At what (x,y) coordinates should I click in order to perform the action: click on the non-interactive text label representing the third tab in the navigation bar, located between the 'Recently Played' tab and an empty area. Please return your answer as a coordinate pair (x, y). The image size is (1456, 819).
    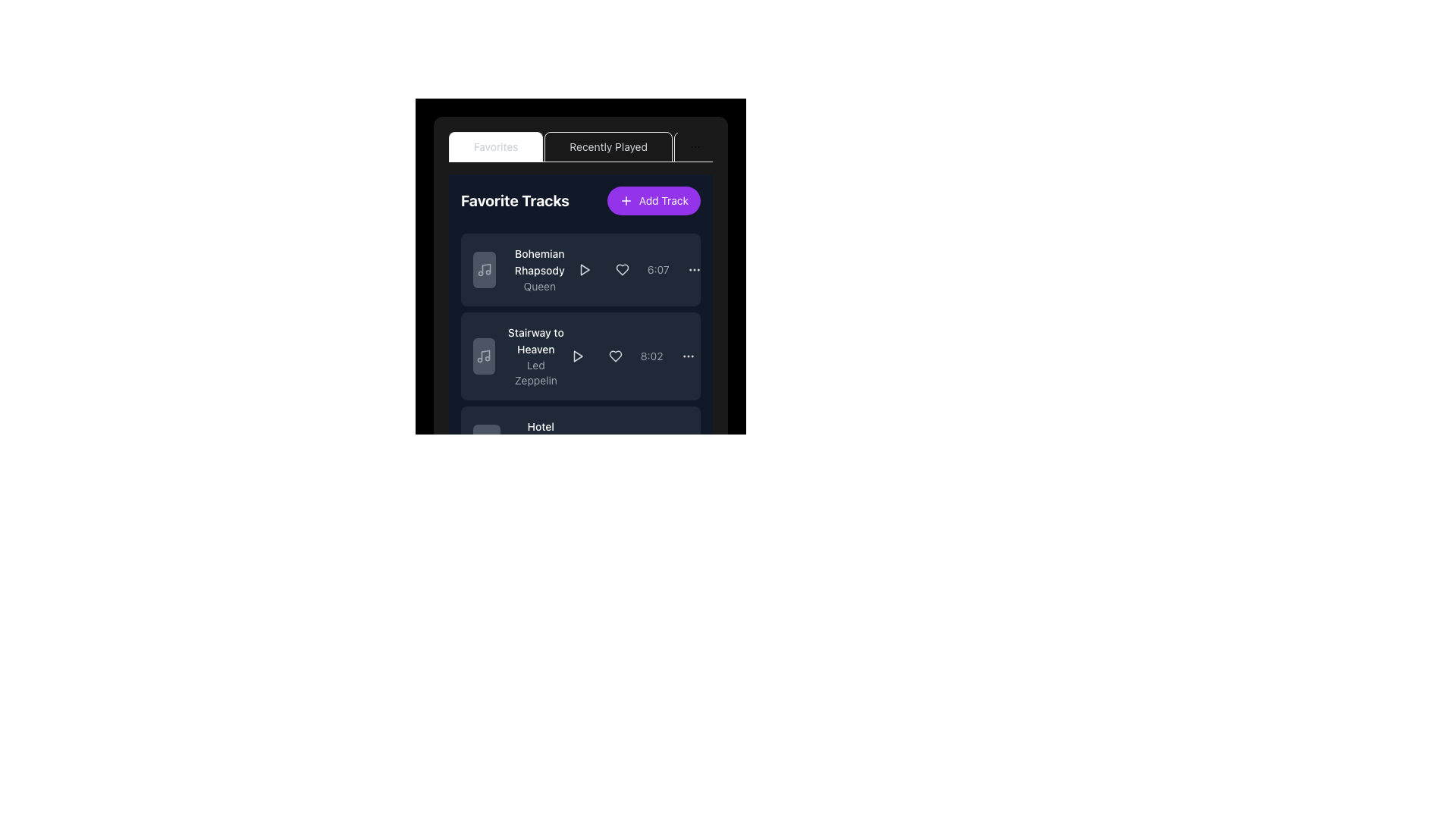
    Looking at the image, I should click on (739, 146).